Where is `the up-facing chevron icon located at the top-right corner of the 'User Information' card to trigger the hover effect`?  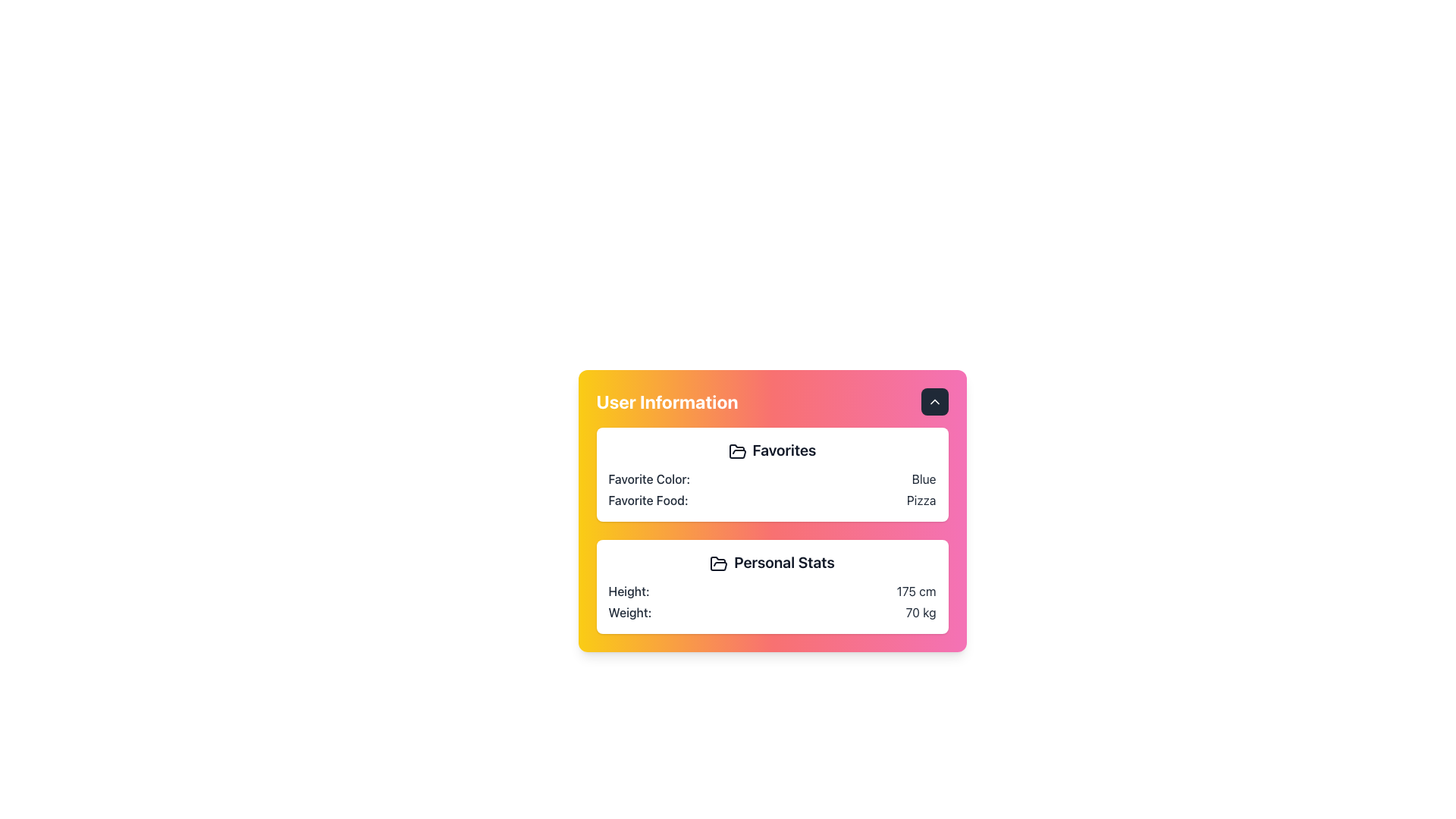
the up-facing chevron icon located at the top-right corner of the 'User Information' card to trigger the hover effect is located at coordinates (934, 400).